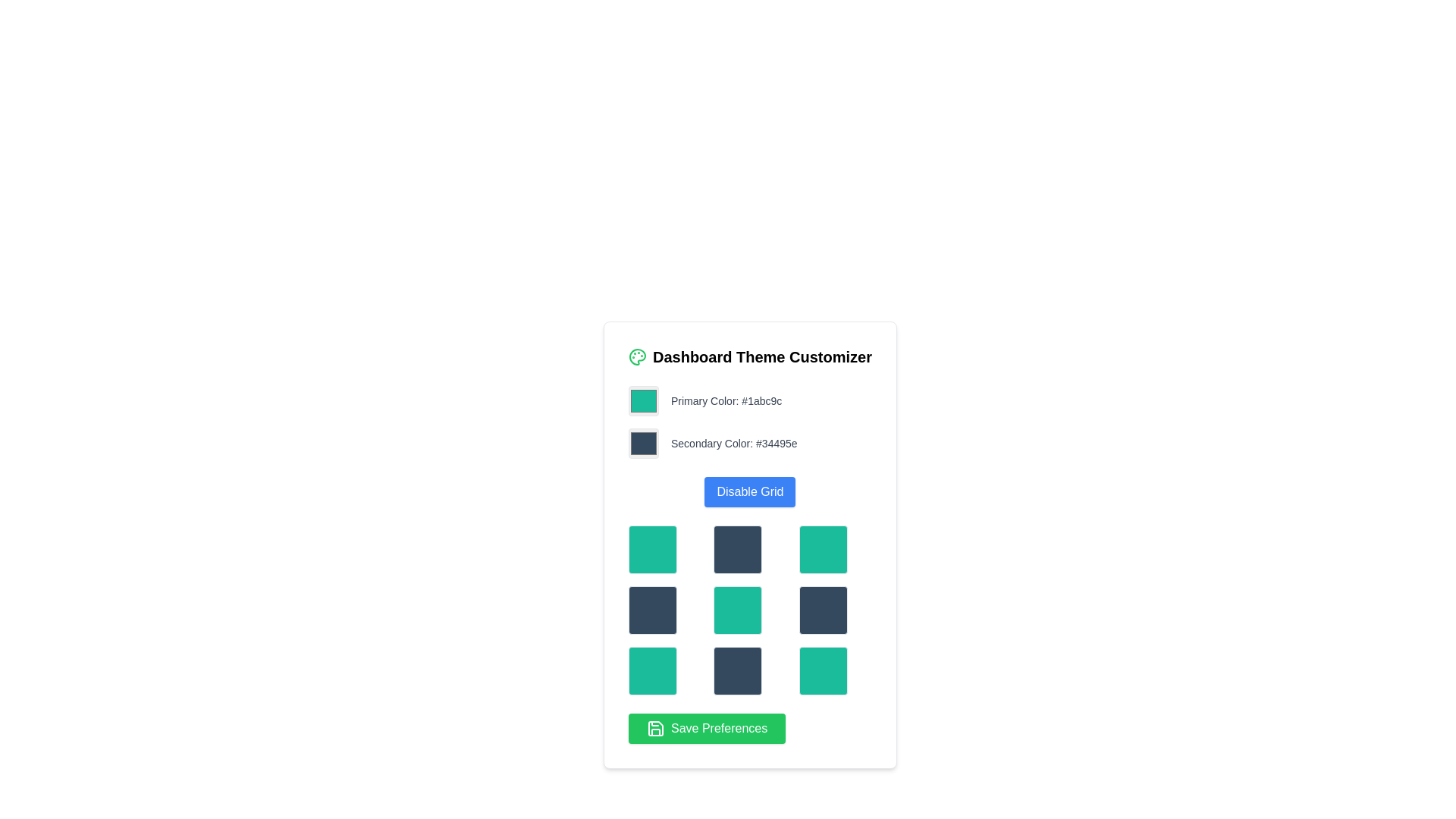 This screenshot has width=1456, height=819. I want to click on the leftmost Selectable Tile in the second row of the 3x3 grid, so click(652, 610).